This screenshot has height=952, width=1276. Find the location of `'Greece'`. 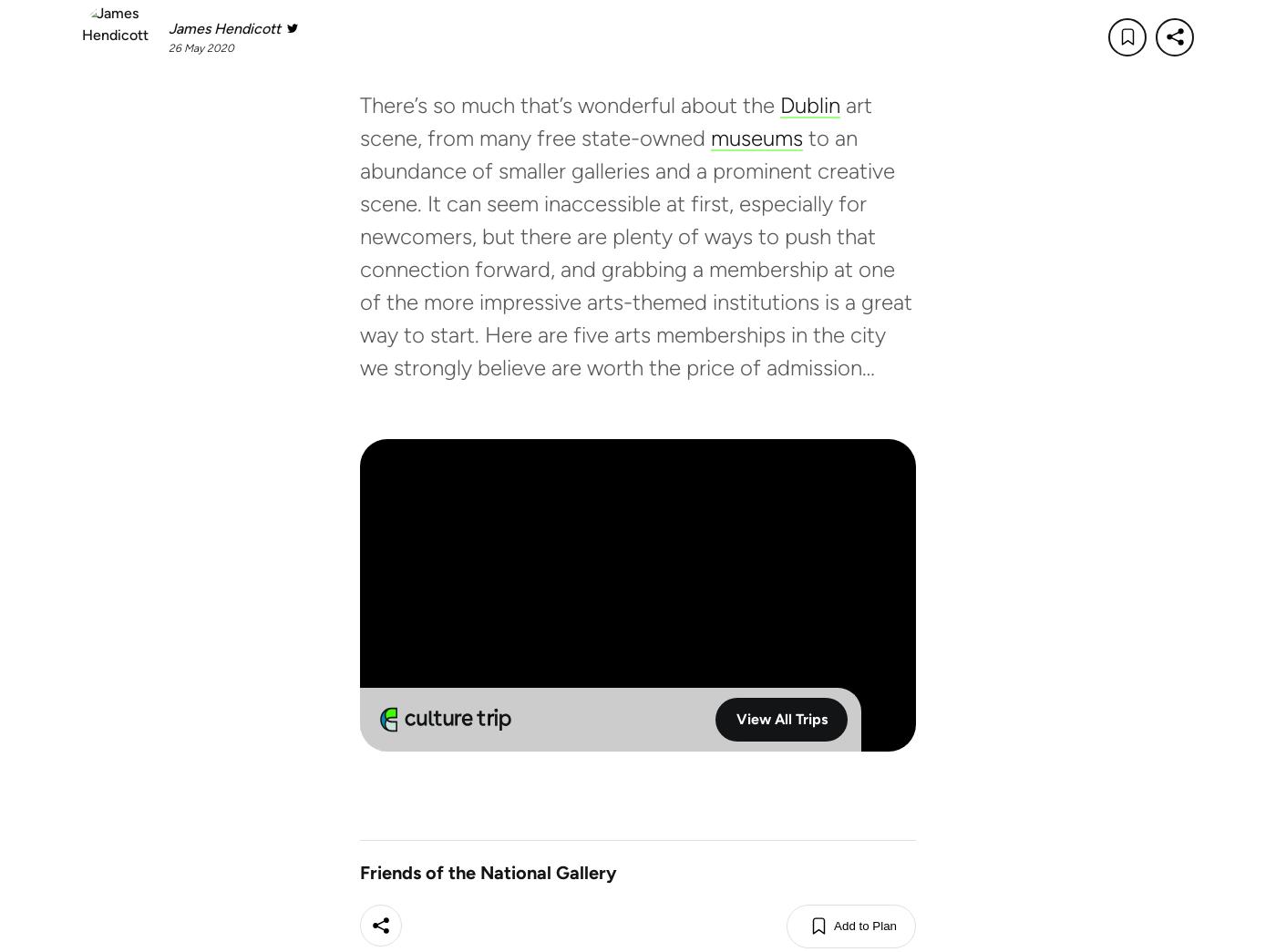

'Greece' is located at coordinates (356, 867).